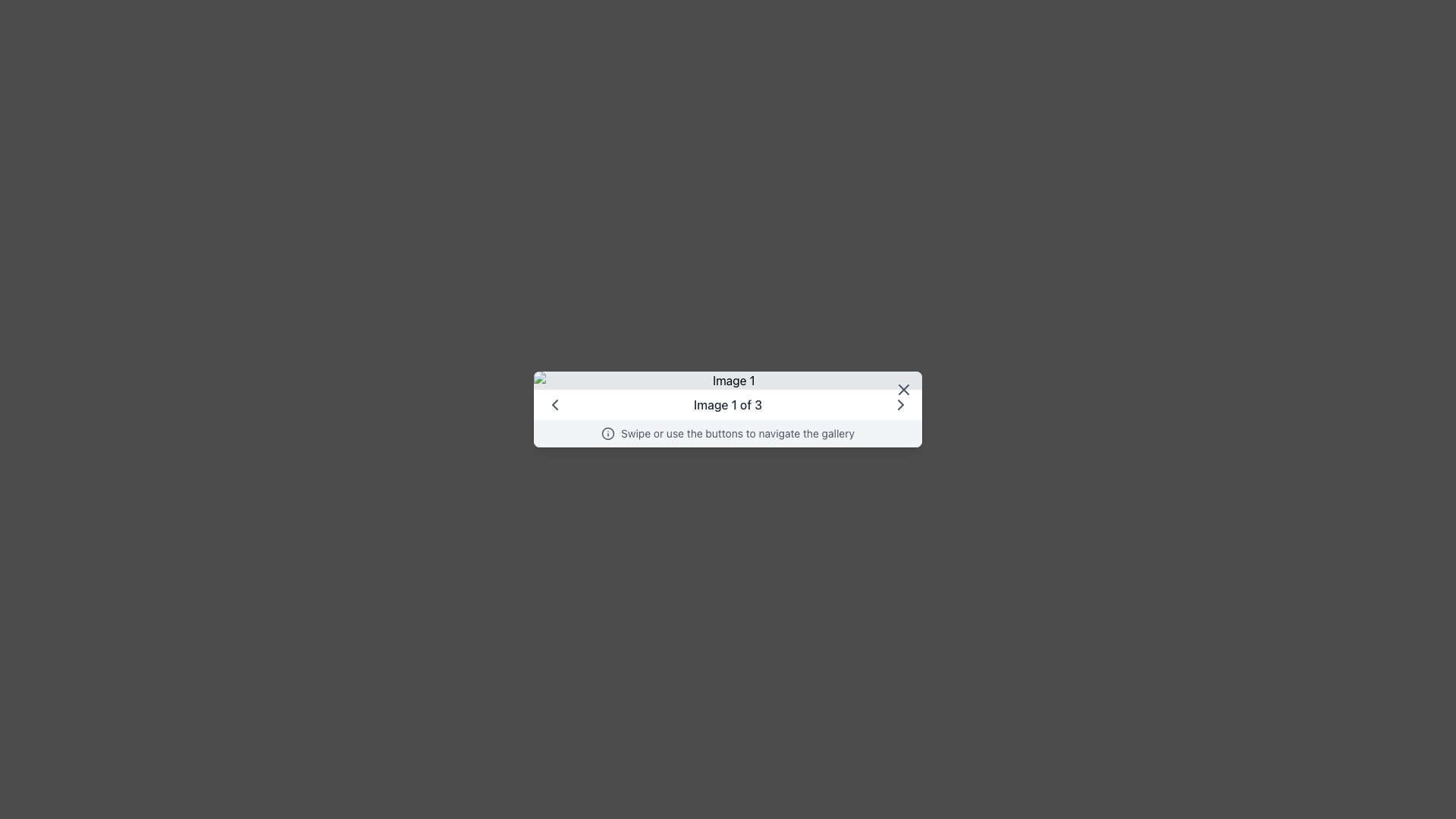 The height and width of the screenshot is (819, 1456). I want to click on the rightward chevron icon located on the far-right side of the dialog header, so click(901, 403).